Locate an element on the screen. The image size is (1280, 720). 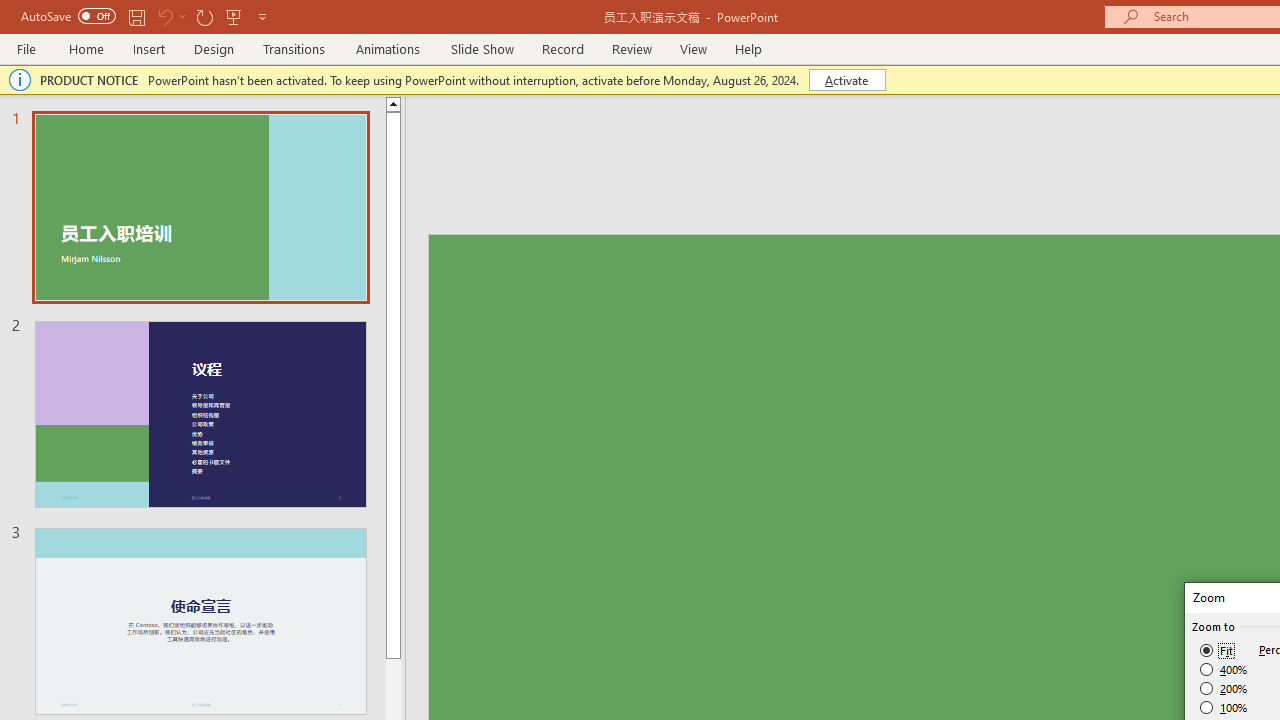
'From Beginning' is located at coordinates (234, 16).